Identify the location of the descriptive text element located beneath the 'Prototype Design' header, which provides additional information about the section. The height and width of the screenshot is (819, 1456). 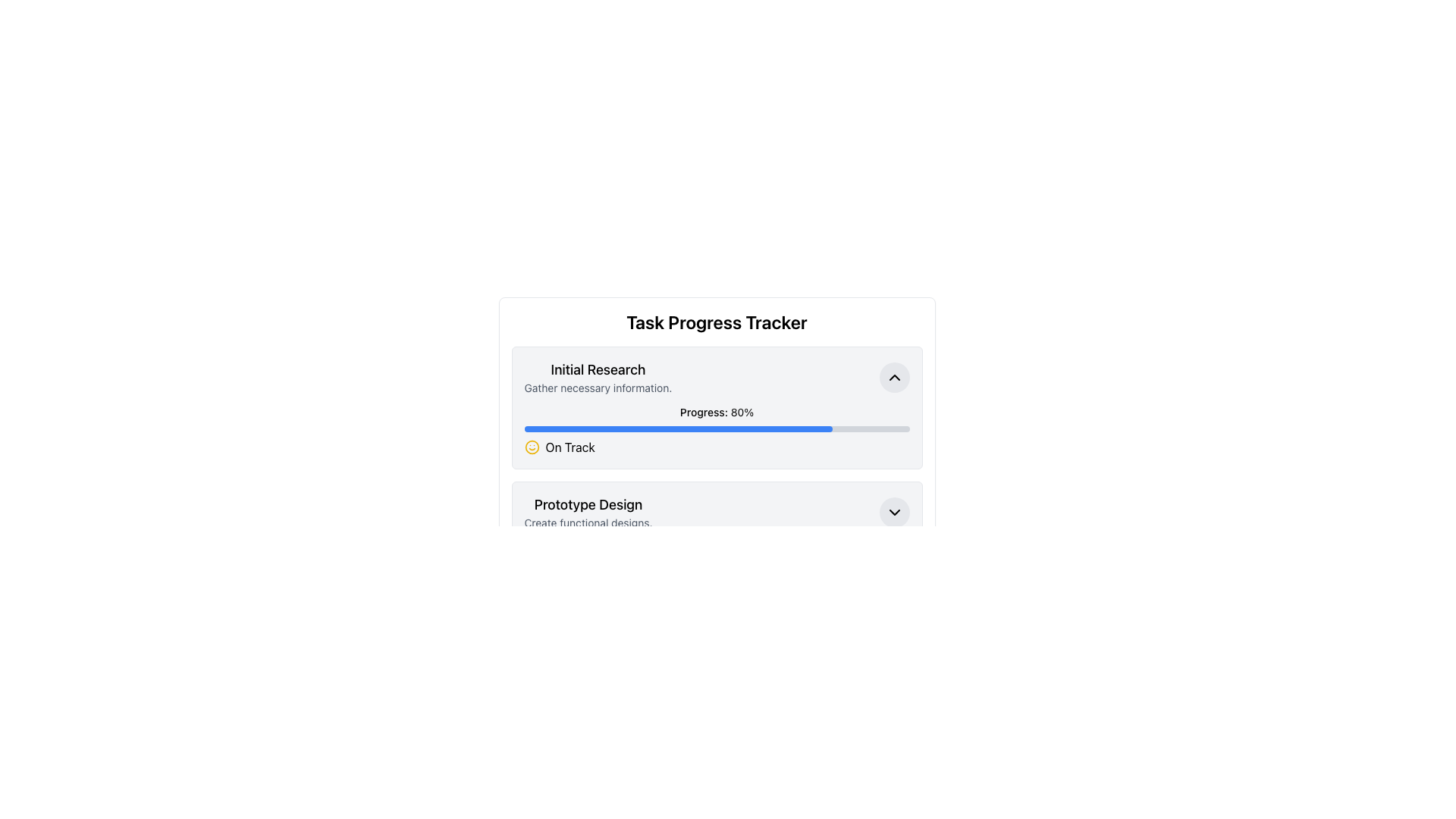
(588, 522).